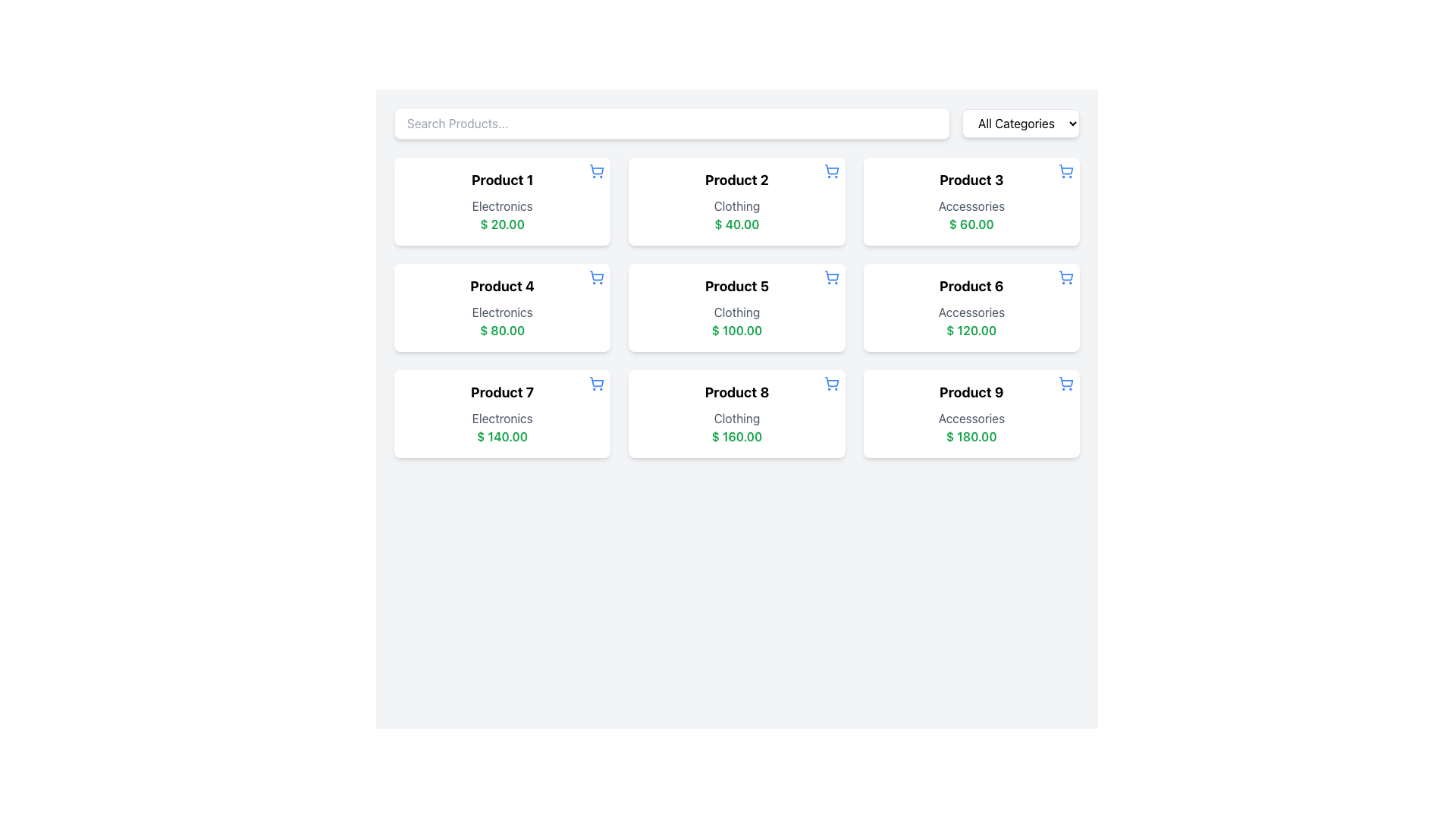  What do you see at coordinates (502, 418) in the screenshot?
I see `the text label stating 'Electronics', which is displayed in gray beneath the product title 'Product 7' and above the price label '$ 140.00'` at bounding box center [502, 418].